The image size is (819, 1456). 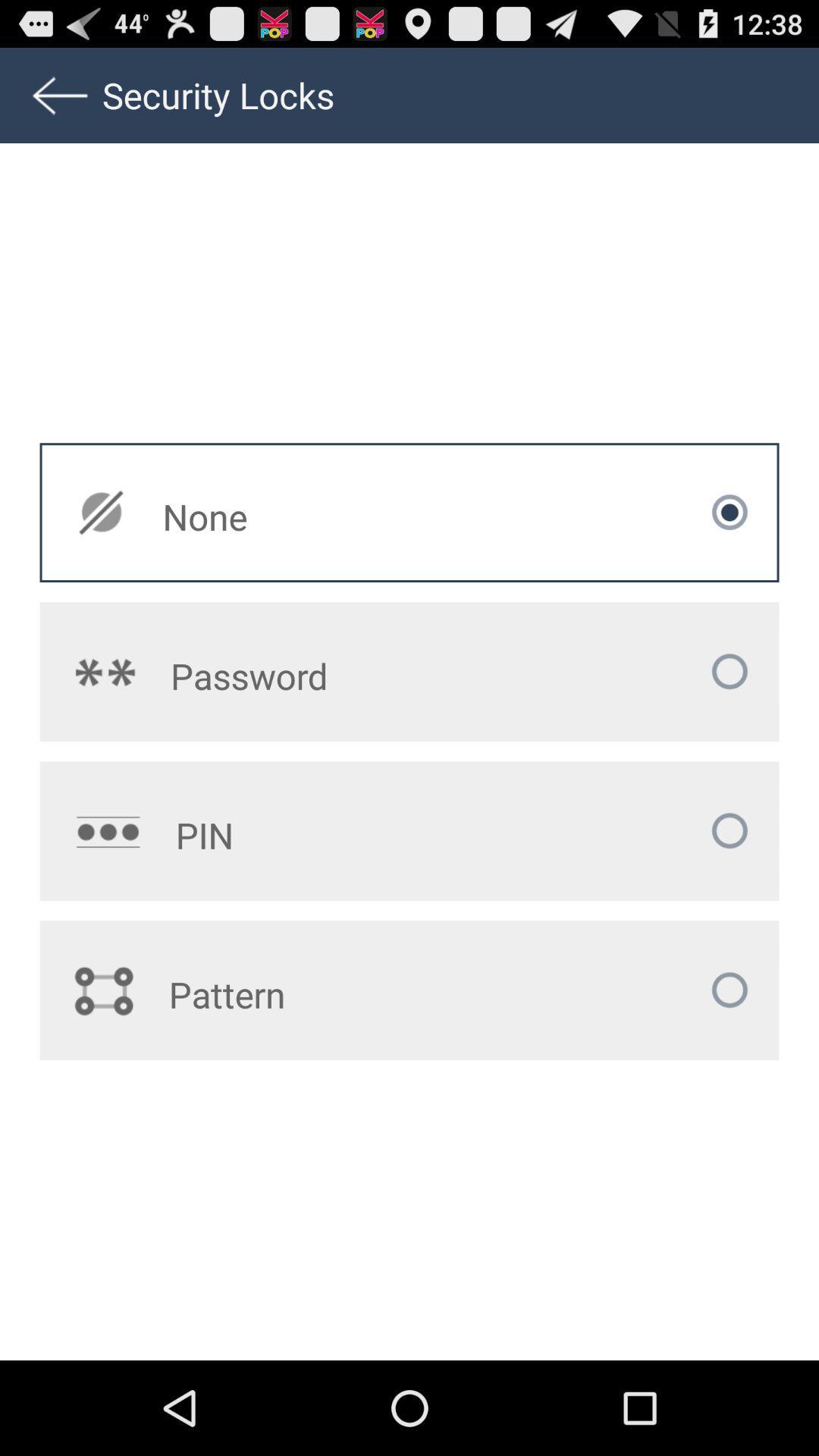 What do you see at coordinates (324, 834) in the screenshot?
I see `pin icon` at bounding box center [324, 834].